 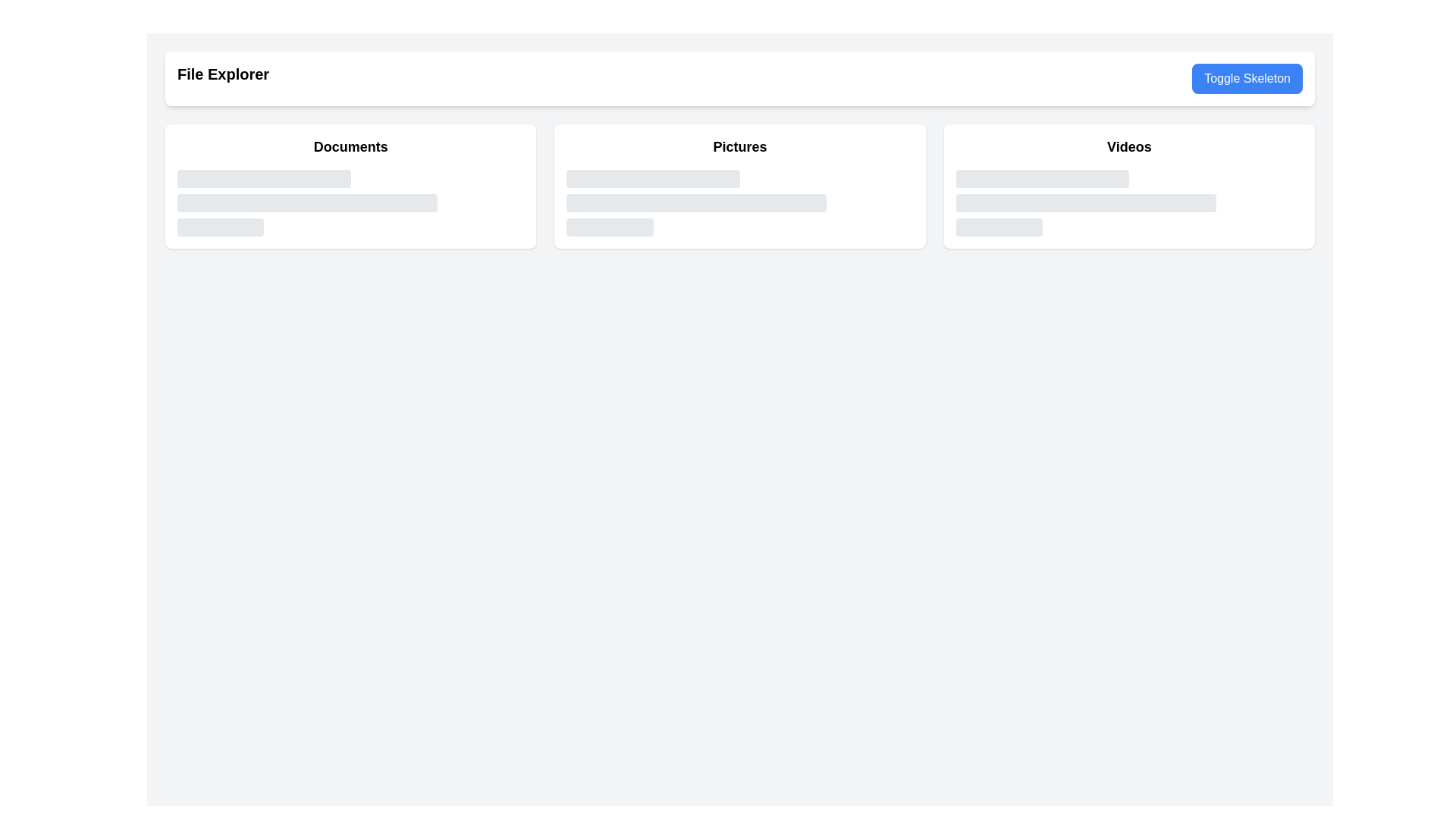 I want to click on the Skeleton loader consisting of three vertically stacked rectangular placeholders with rounded corners, located under the 'Documents' title in the leftmost card section, so click(x=350, y=202).